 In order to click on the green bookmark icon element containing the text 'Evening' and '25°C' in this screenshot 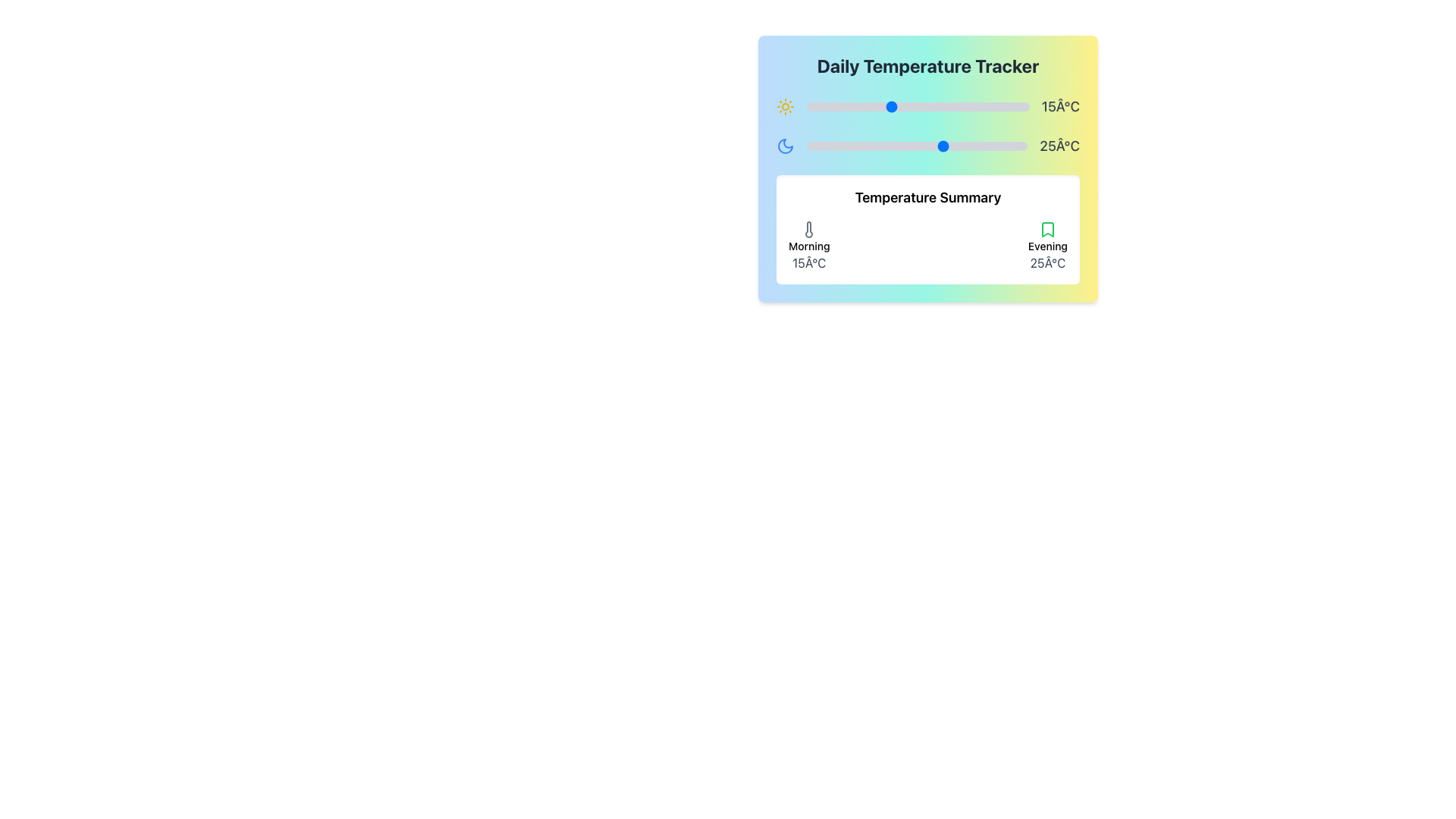, I will do `click(1047, 245)`.